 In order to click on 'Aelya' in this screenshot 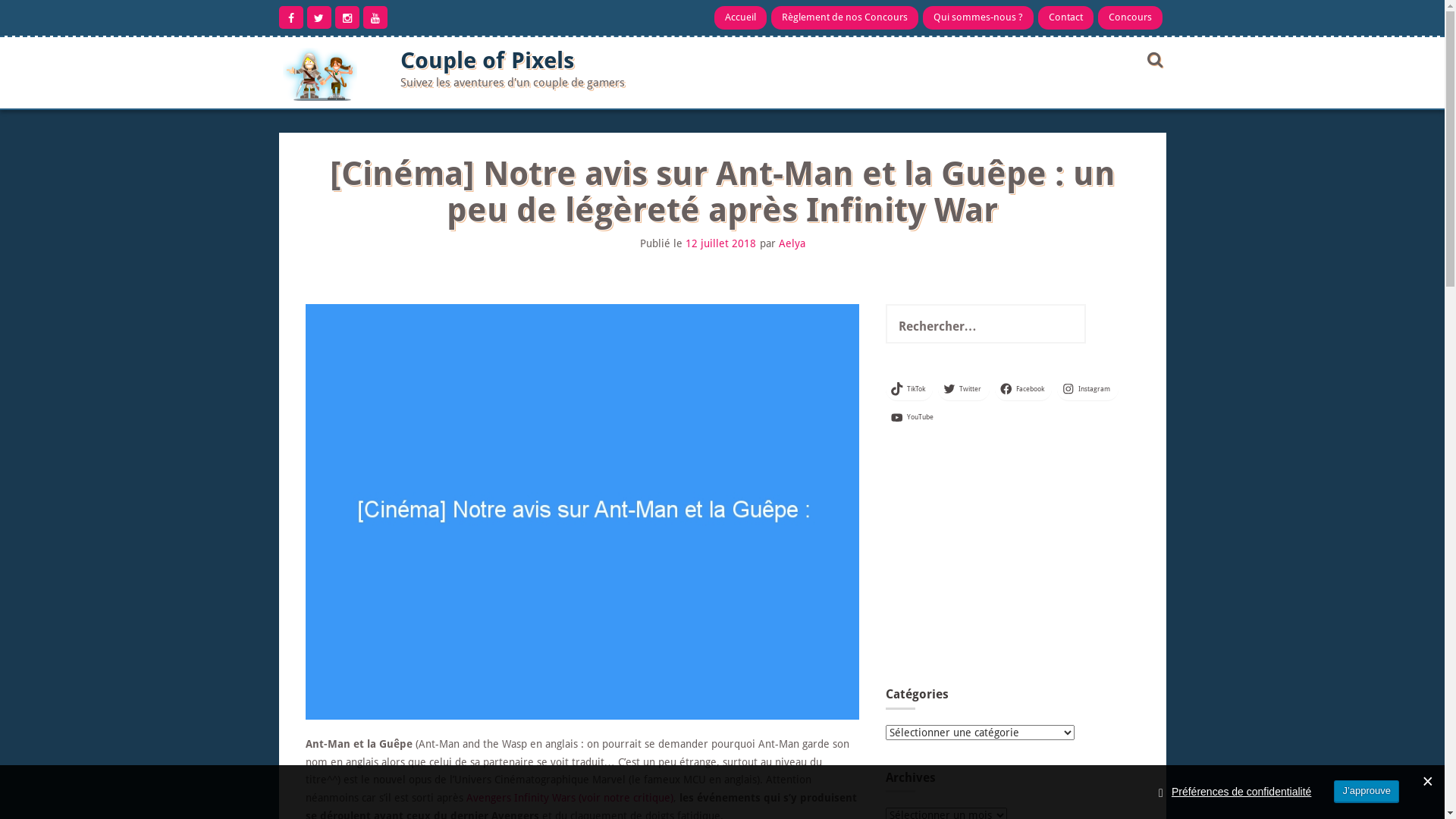, I will do `click(790, 242)`.